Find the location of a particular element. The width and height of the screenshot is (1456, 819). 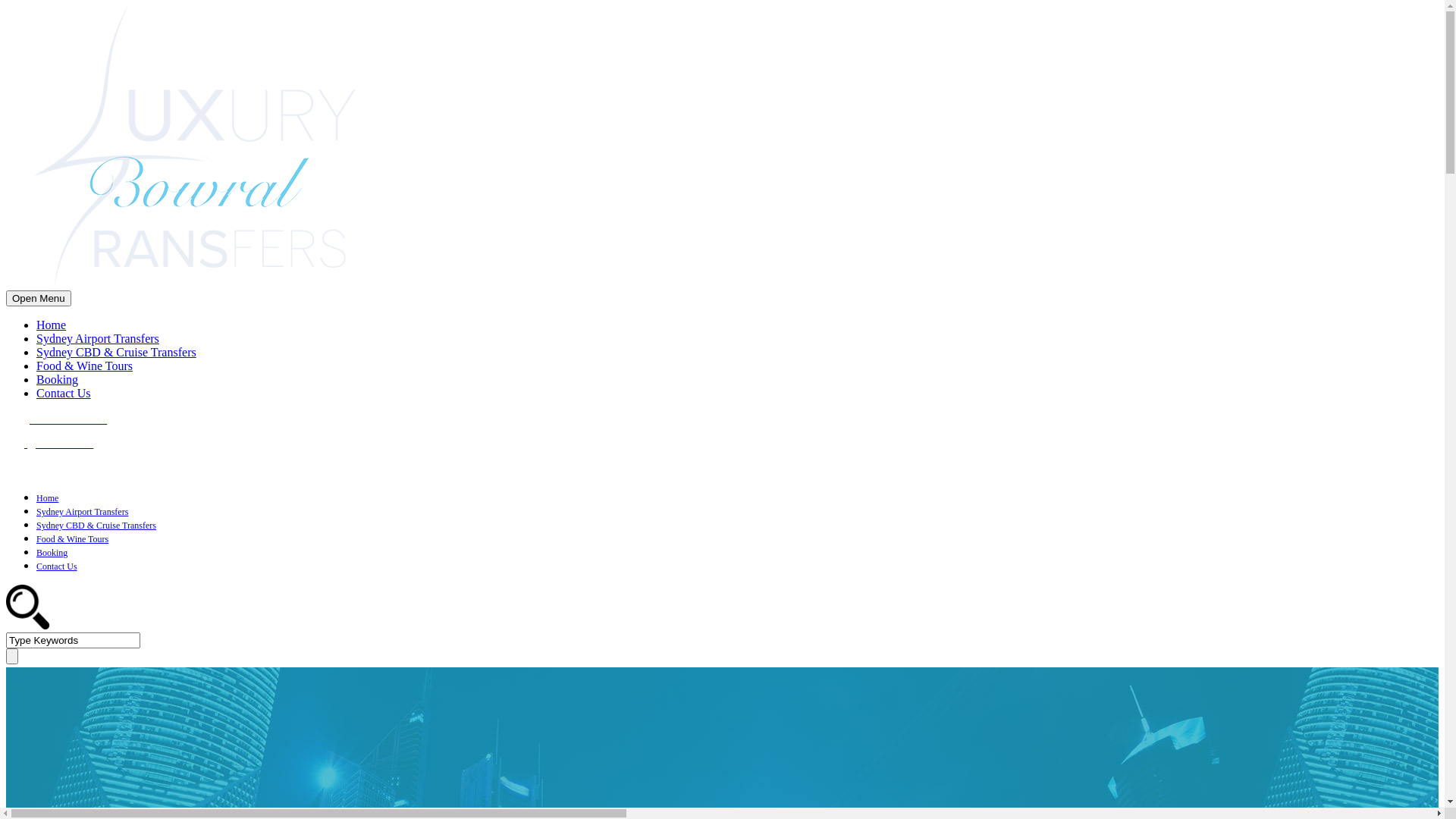

'Contact Us' is located at coordinates (62, 392).